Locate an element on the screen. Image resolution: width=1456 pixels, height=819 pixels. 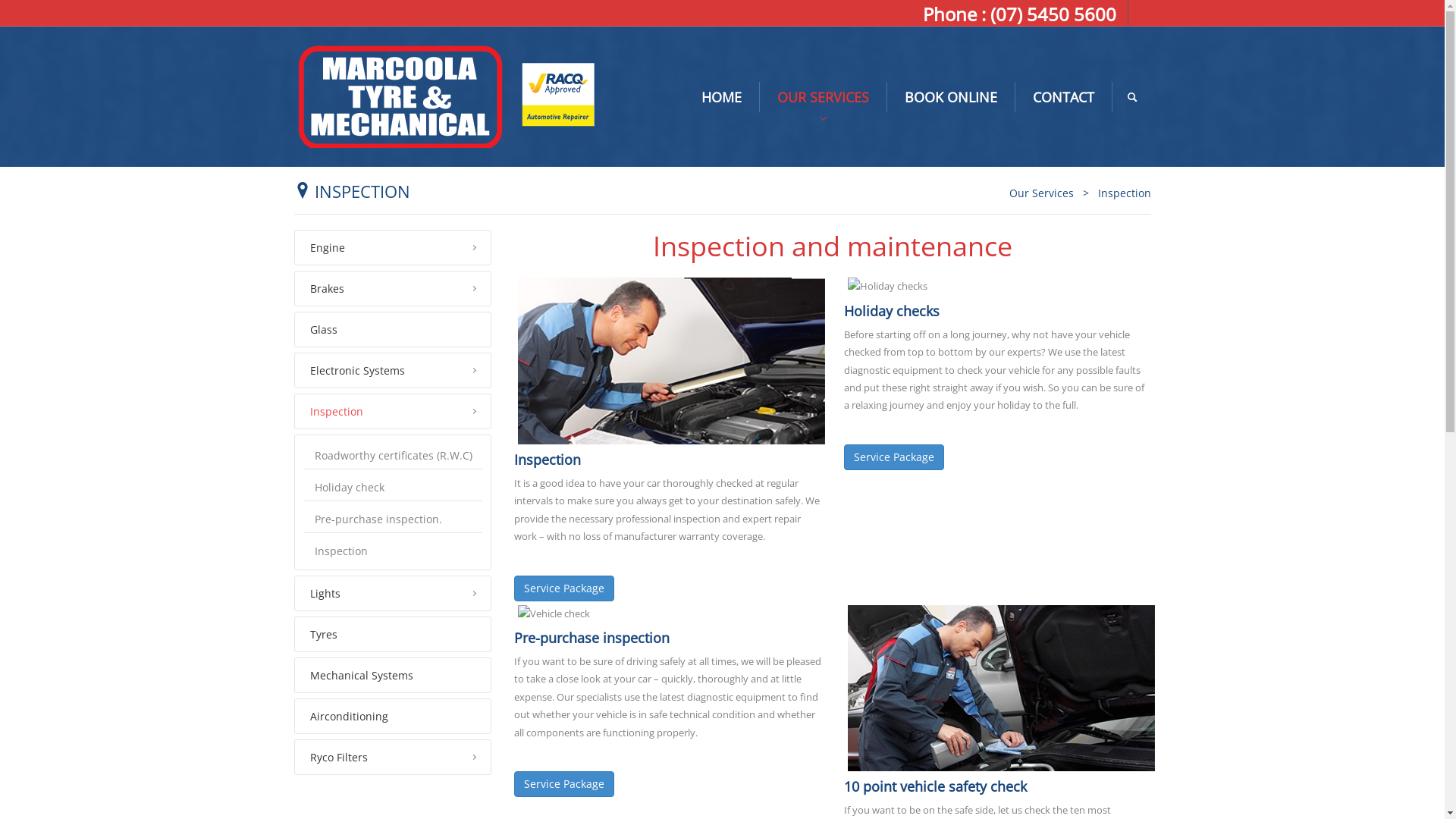
'Vehicle checkups' is located at coordinates (552, 613).